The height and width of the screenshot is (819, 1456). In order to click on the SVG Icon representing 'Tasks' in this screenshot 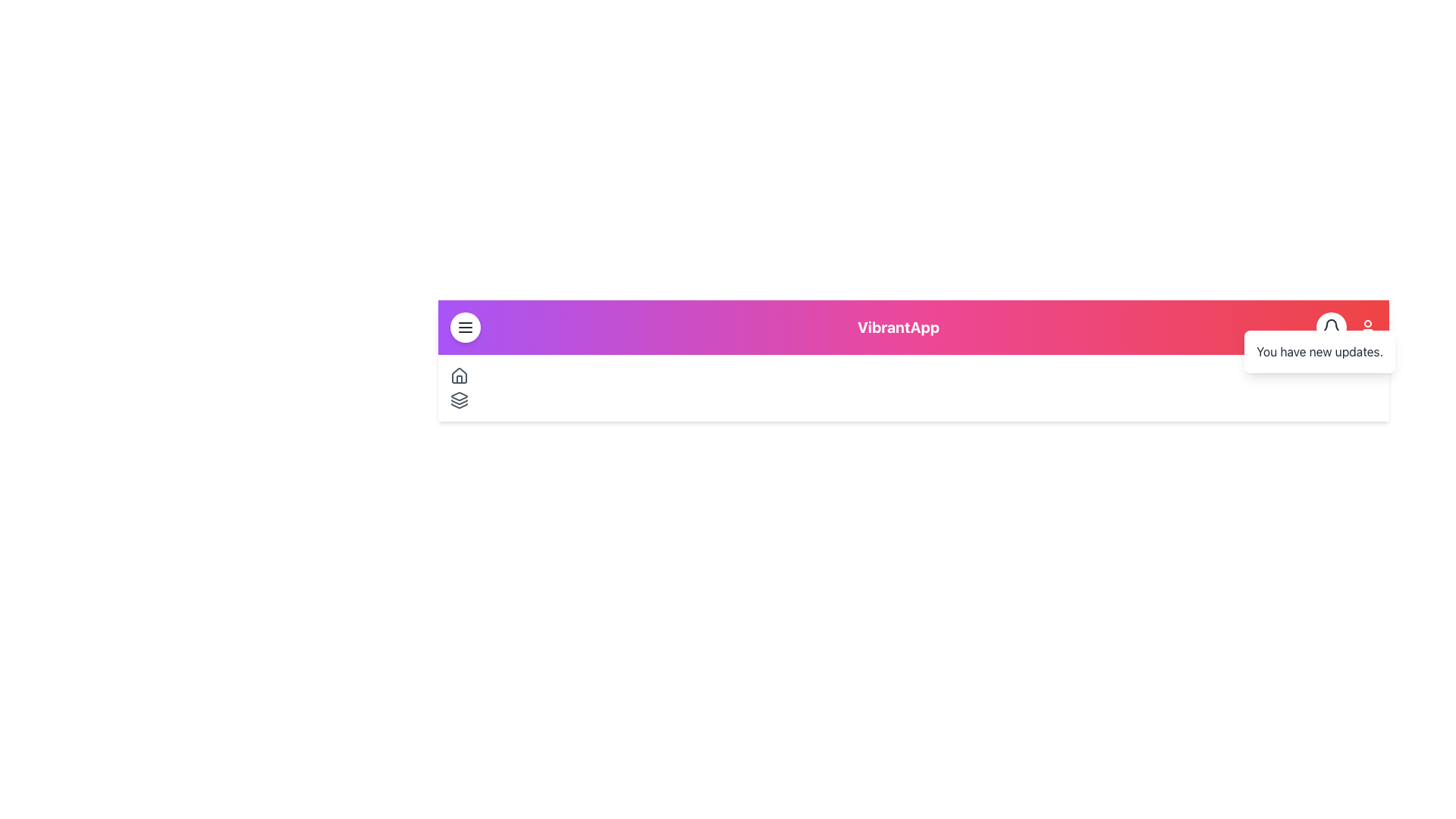, I will do `click(458, 400)`.